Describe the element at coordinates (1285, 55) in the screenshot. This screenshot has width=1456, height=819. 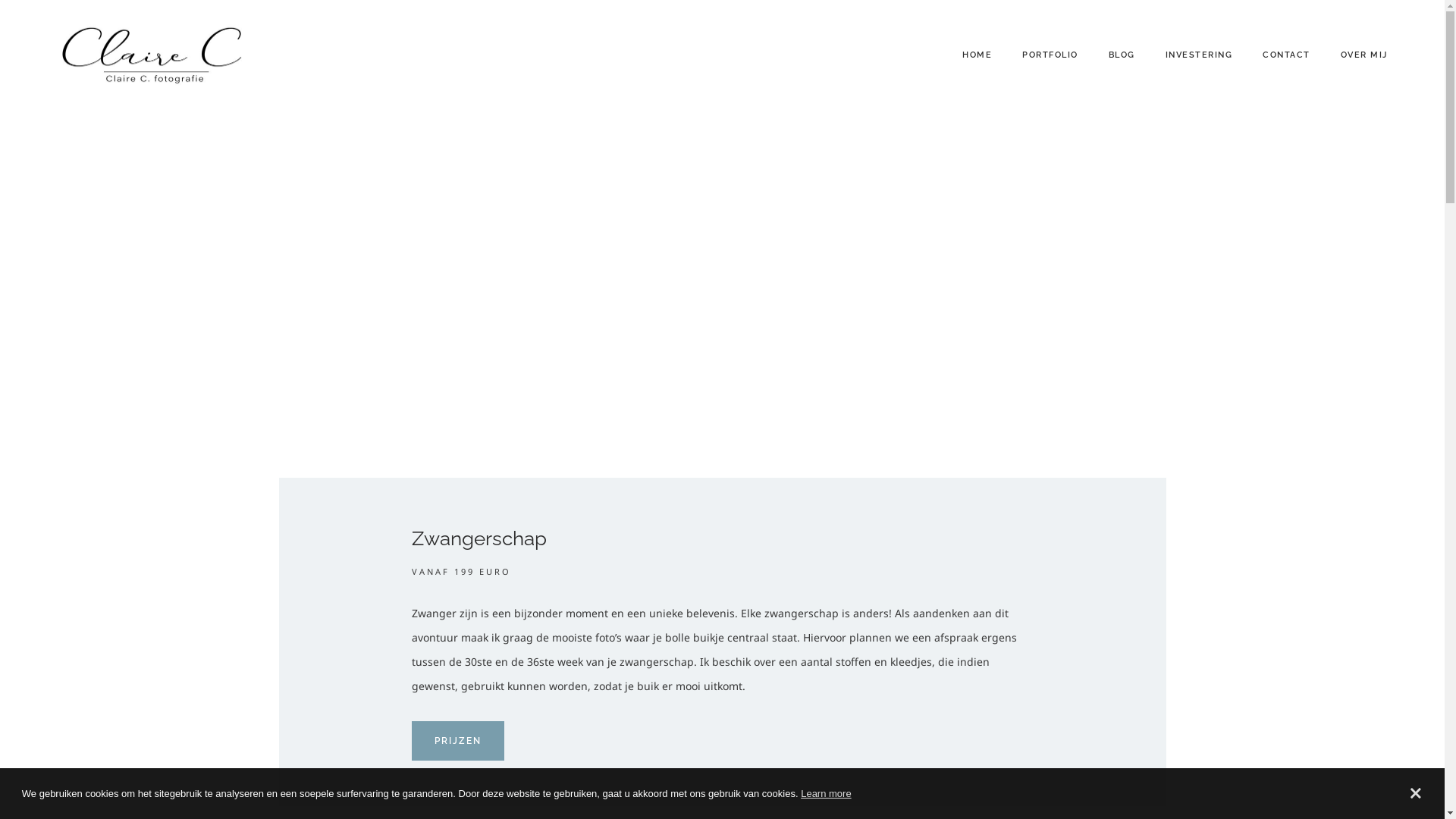
I see `'CONTACT'` at that location.